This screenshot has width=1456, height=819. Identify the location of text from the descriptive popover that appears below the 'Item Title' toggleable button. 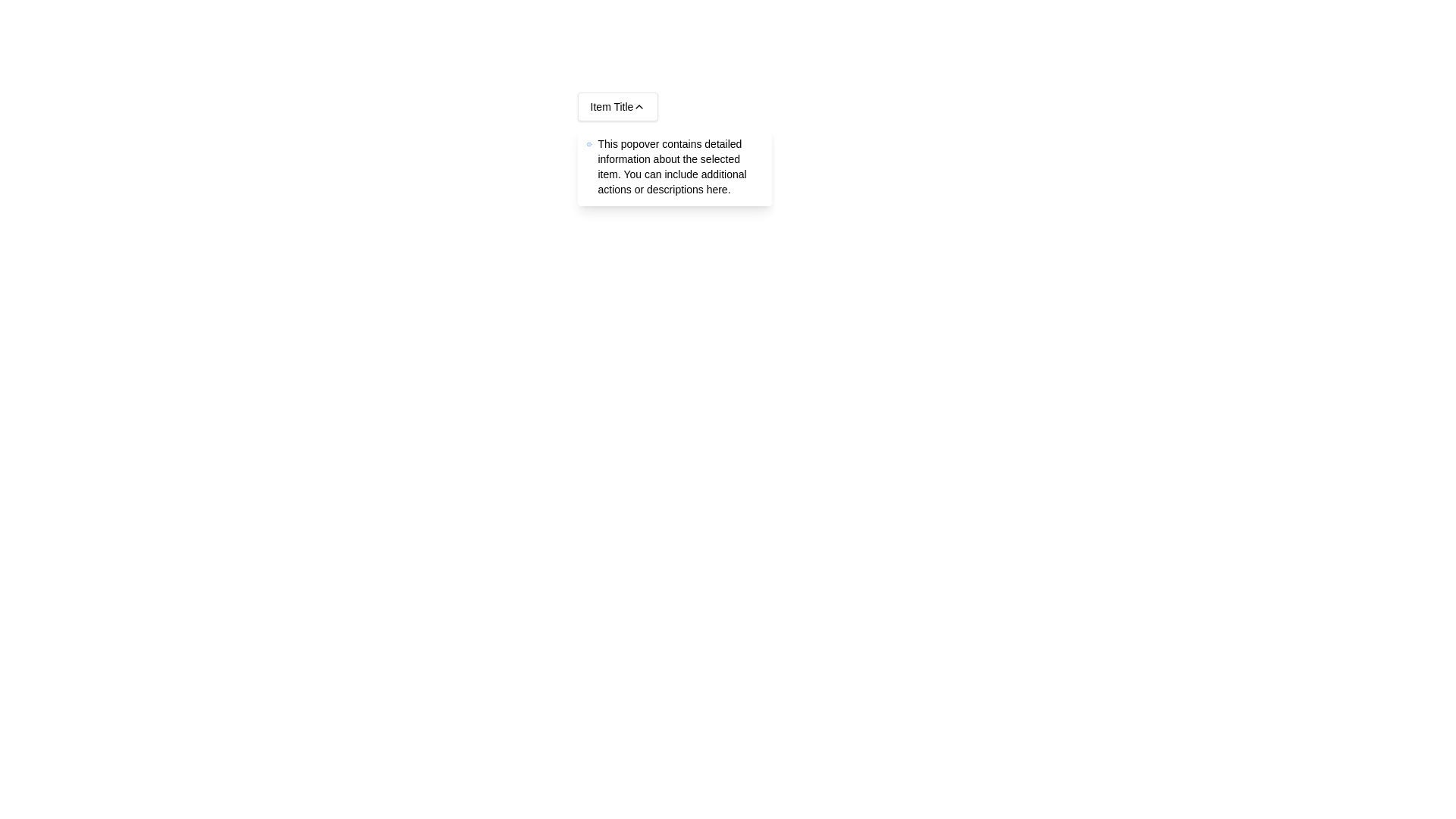
(673, 166).